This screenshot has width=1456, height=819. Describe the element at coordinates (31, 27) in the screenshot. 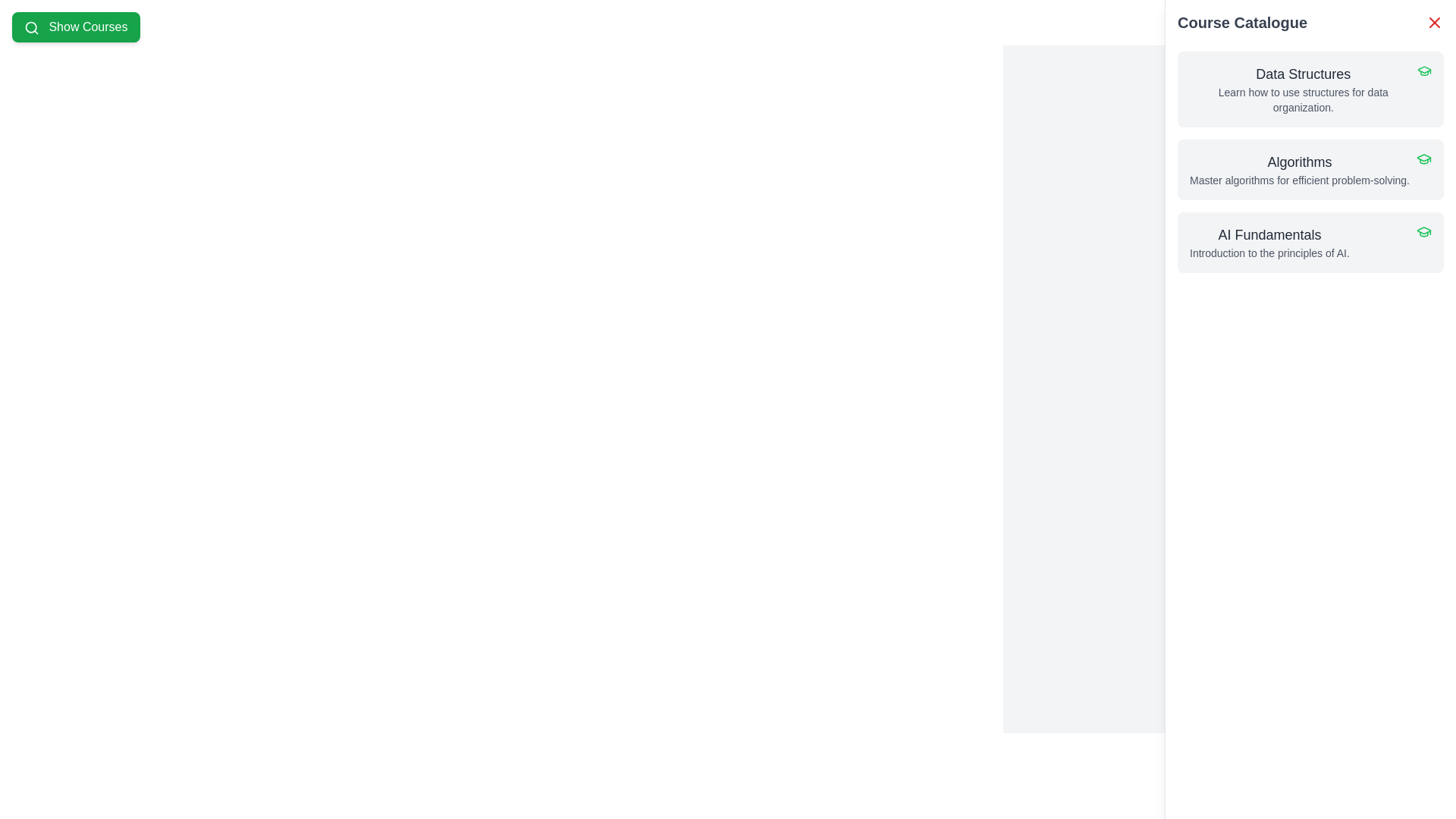

I see `SVG Circle Element of the search icon located within the green 'Show Courses' button by right-clicking on it` at that location.